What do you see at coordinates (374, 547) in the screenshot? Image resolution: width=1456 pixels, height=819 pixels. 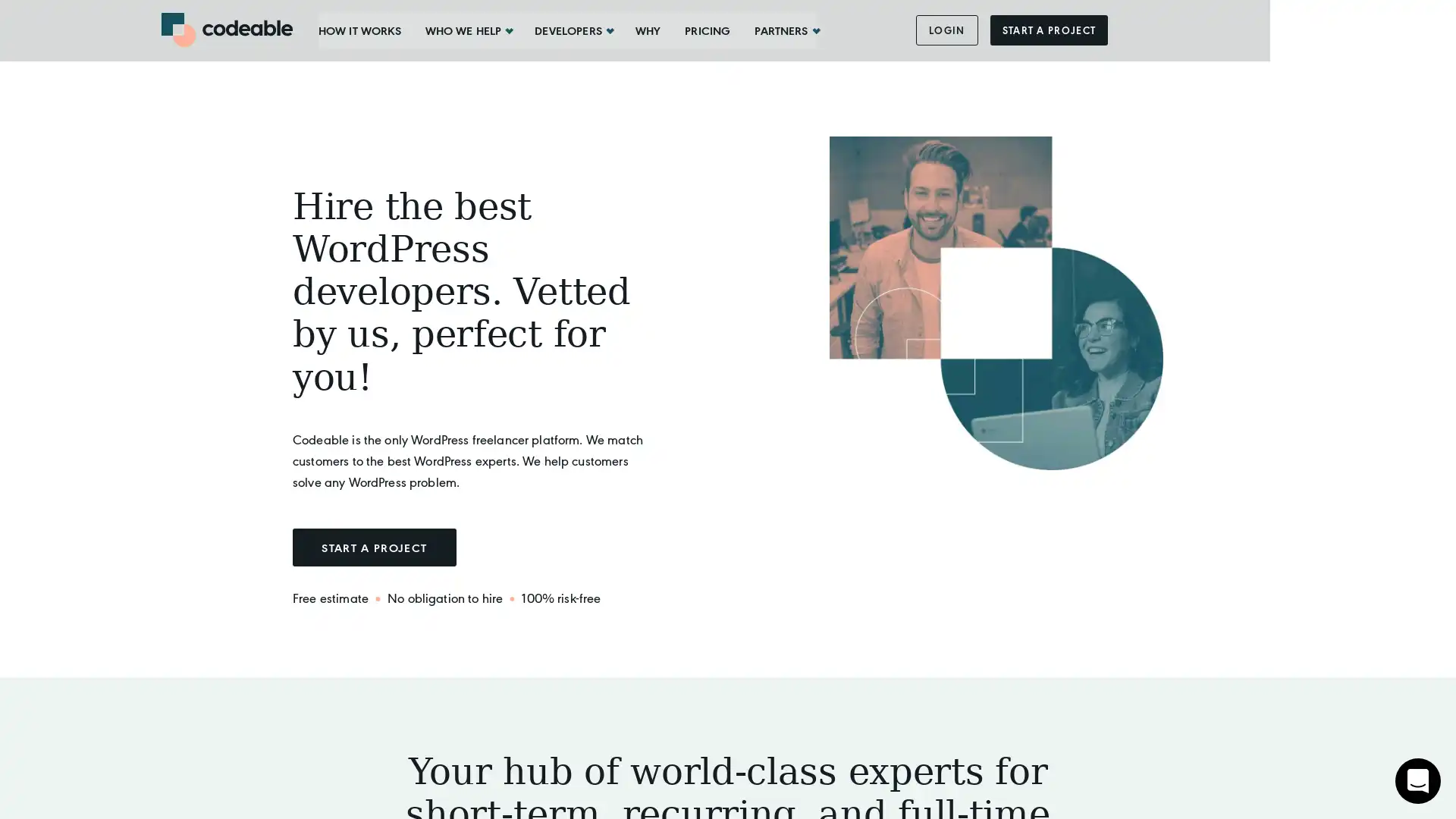 I see `START A PROJECT` at bounding box center [374, 547].